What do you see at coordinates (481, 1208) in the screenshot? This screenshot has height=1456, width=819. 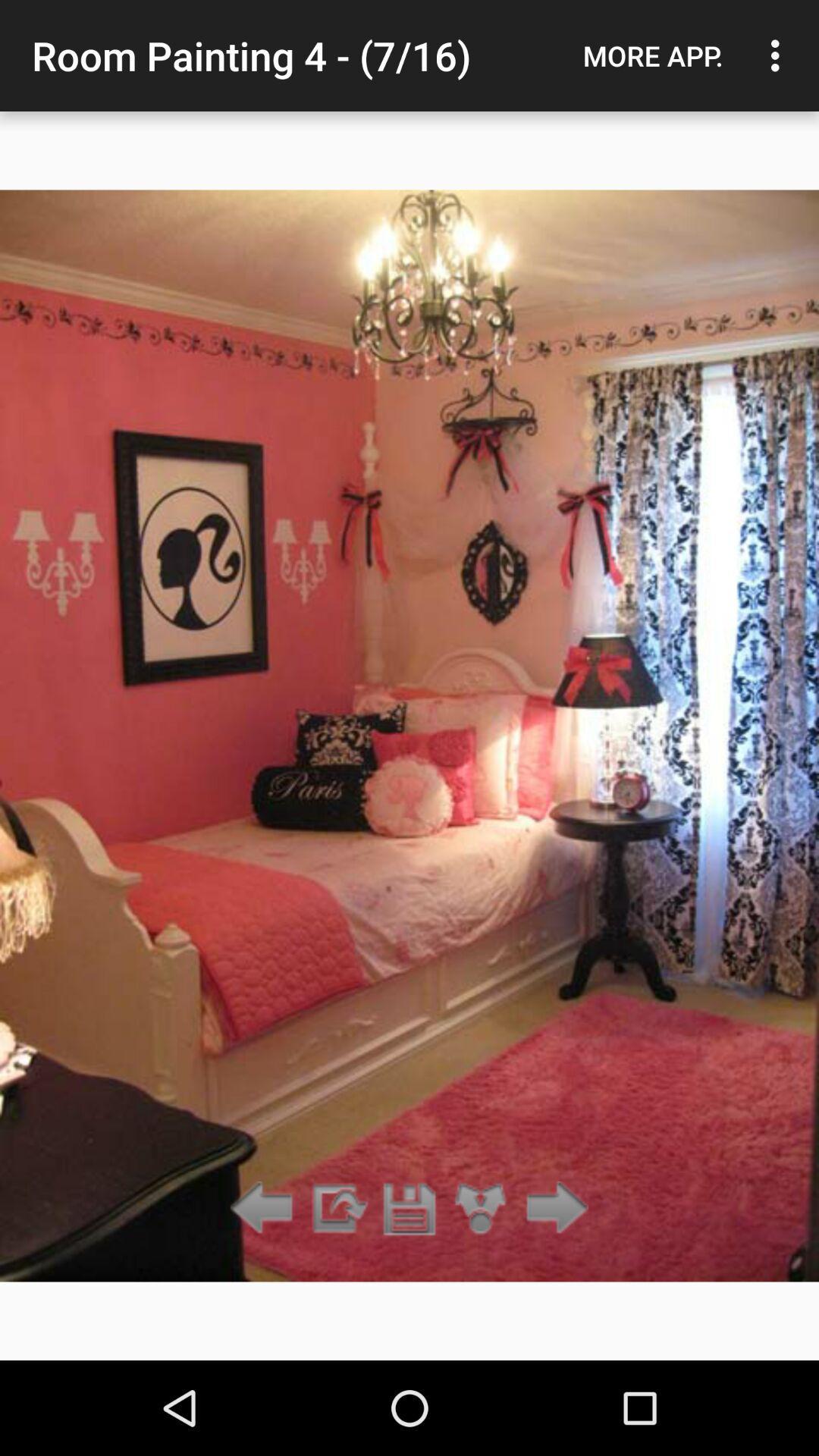 I see `the share icon` at bounding box center [481, 1208].